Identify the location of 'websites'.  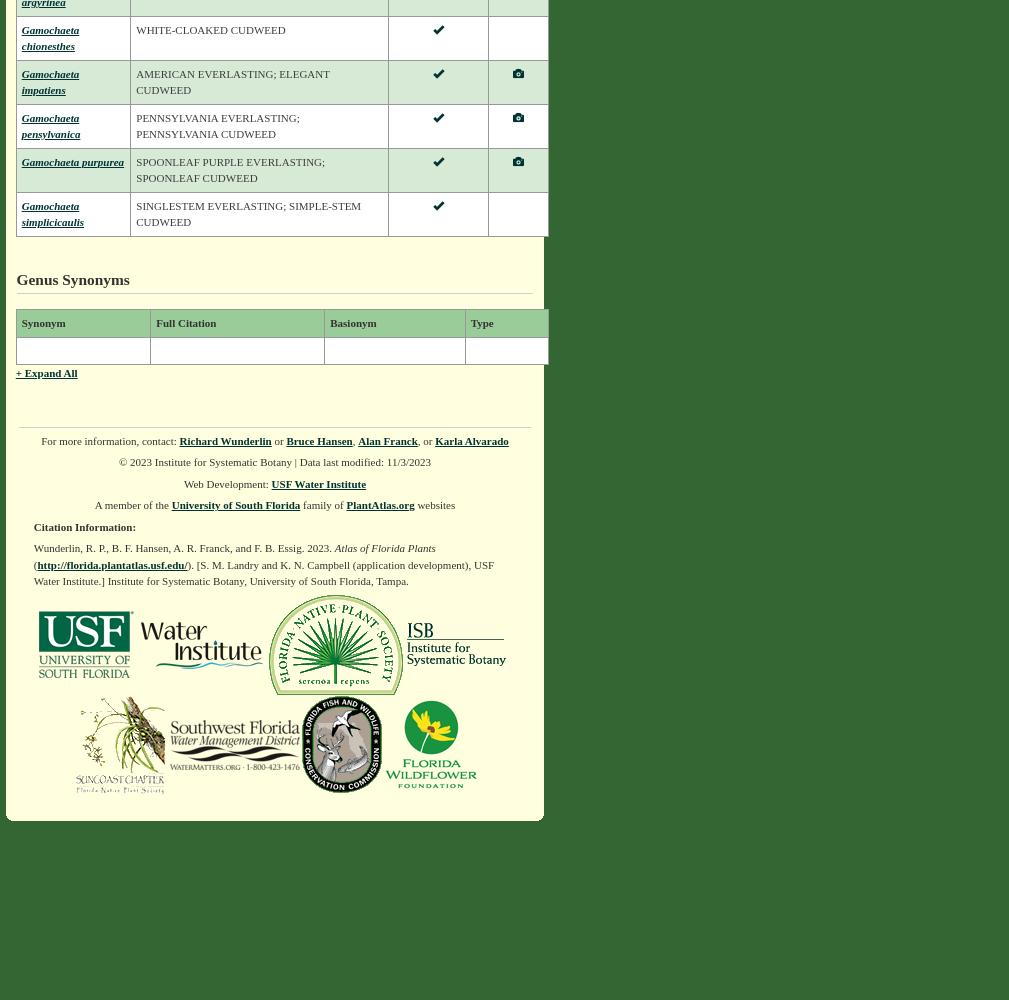
(433, 505).